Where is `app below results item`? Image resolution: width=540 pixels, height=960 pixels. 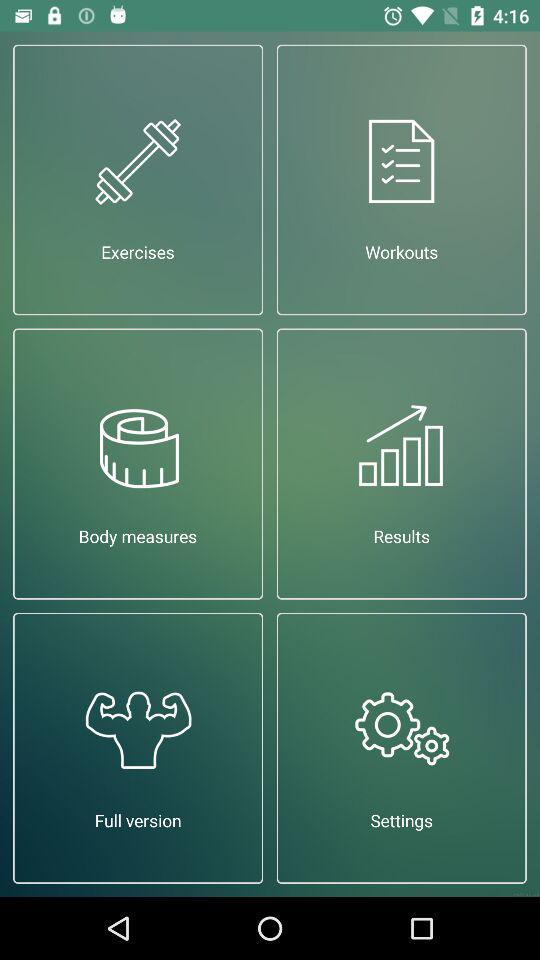 app below results item is located at coordinates (401, 747).